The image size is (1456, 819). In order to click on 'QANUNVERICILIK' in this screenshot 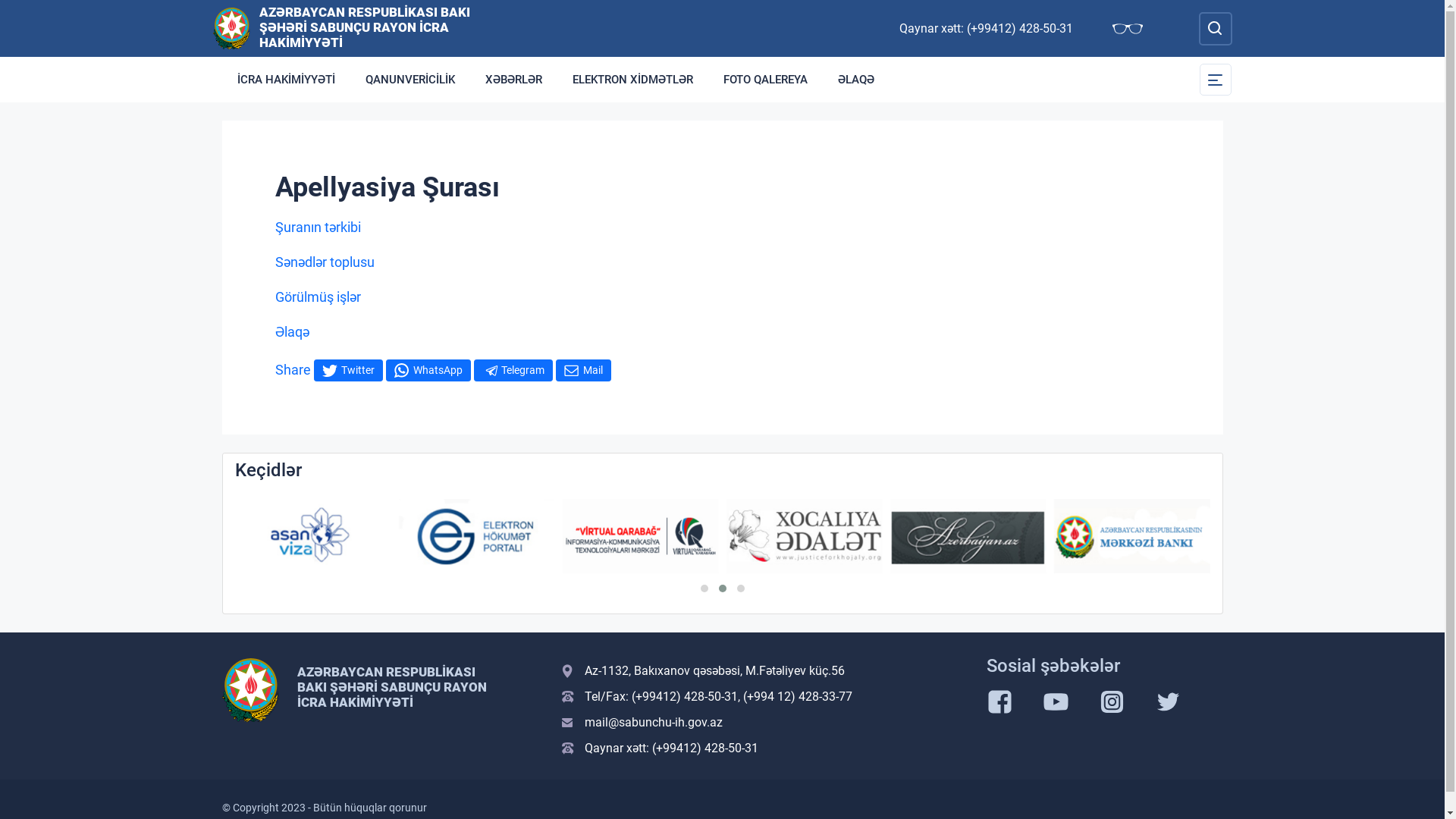, I will do `click(410, 79)`.